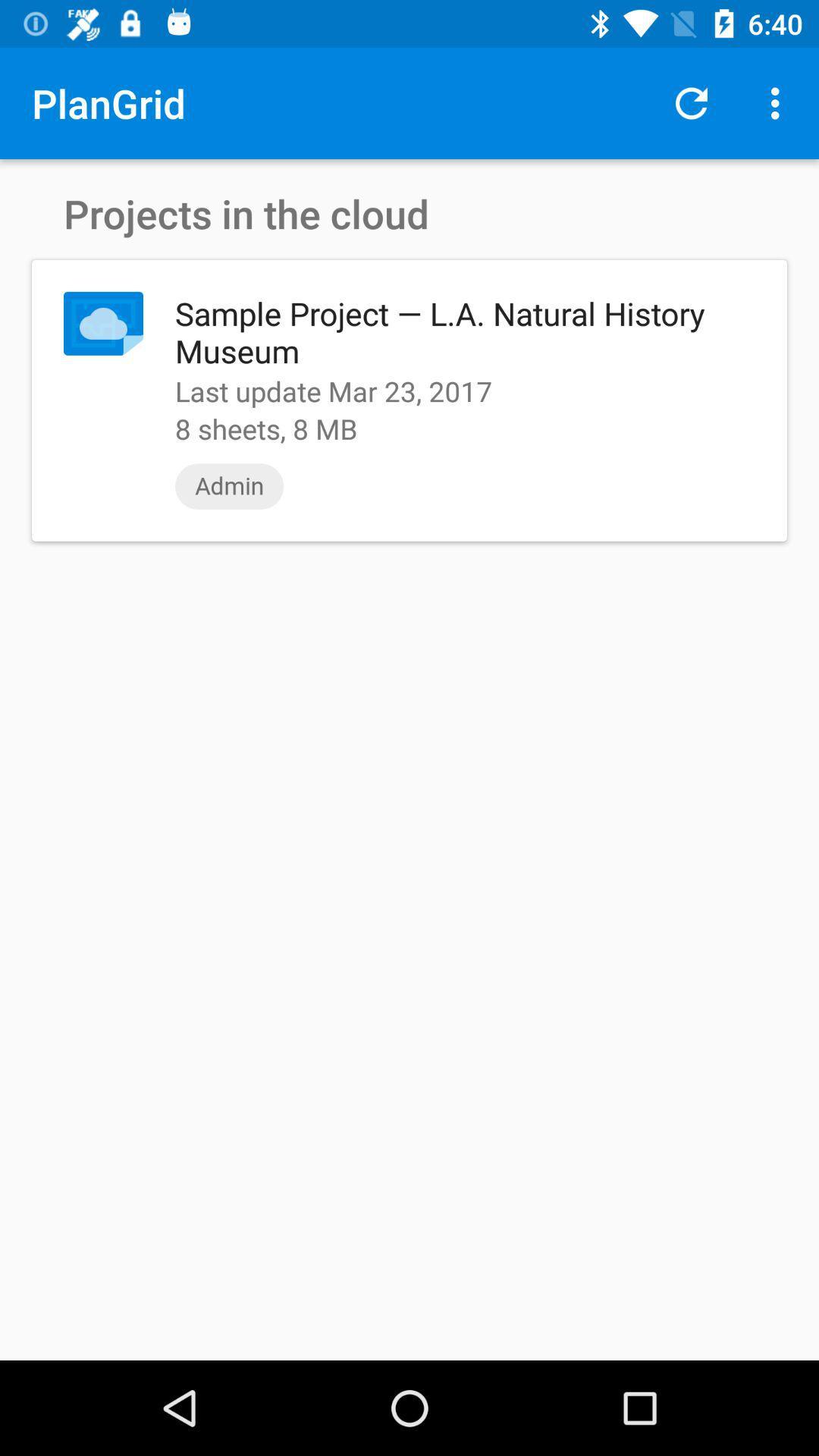 The image size is (819, 1456). I want to click on icon above sample project l item, so click(779, 102).